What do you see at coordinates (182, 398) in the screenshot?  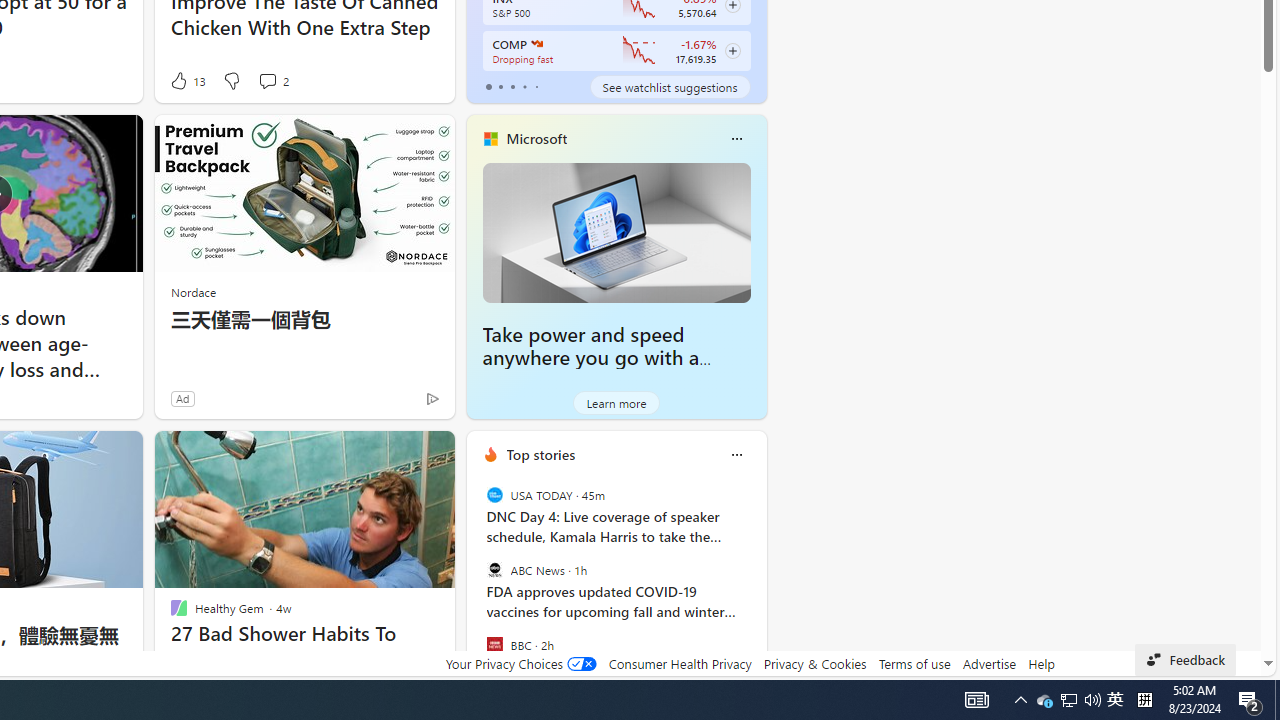 I see `'Ad'` at bounding box center [182, 398].